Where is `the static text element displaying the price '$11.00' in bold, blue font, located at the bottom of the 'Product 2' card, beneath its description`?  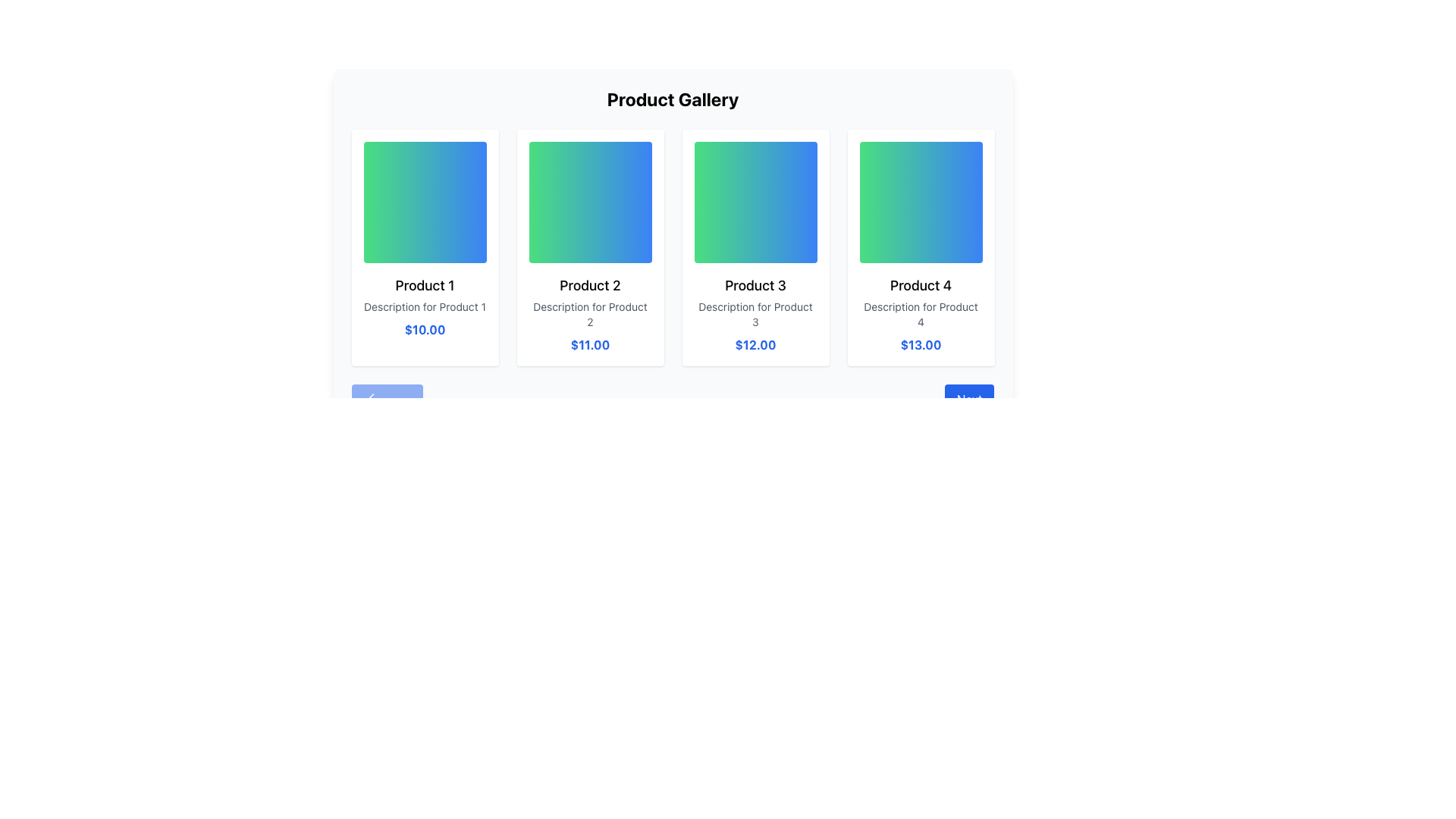 the static text element displaying the price '$11.00' in bold, blue font, located at the bottom of the 'Product 2' card, beneath its description is located at coordinates (589, 345).